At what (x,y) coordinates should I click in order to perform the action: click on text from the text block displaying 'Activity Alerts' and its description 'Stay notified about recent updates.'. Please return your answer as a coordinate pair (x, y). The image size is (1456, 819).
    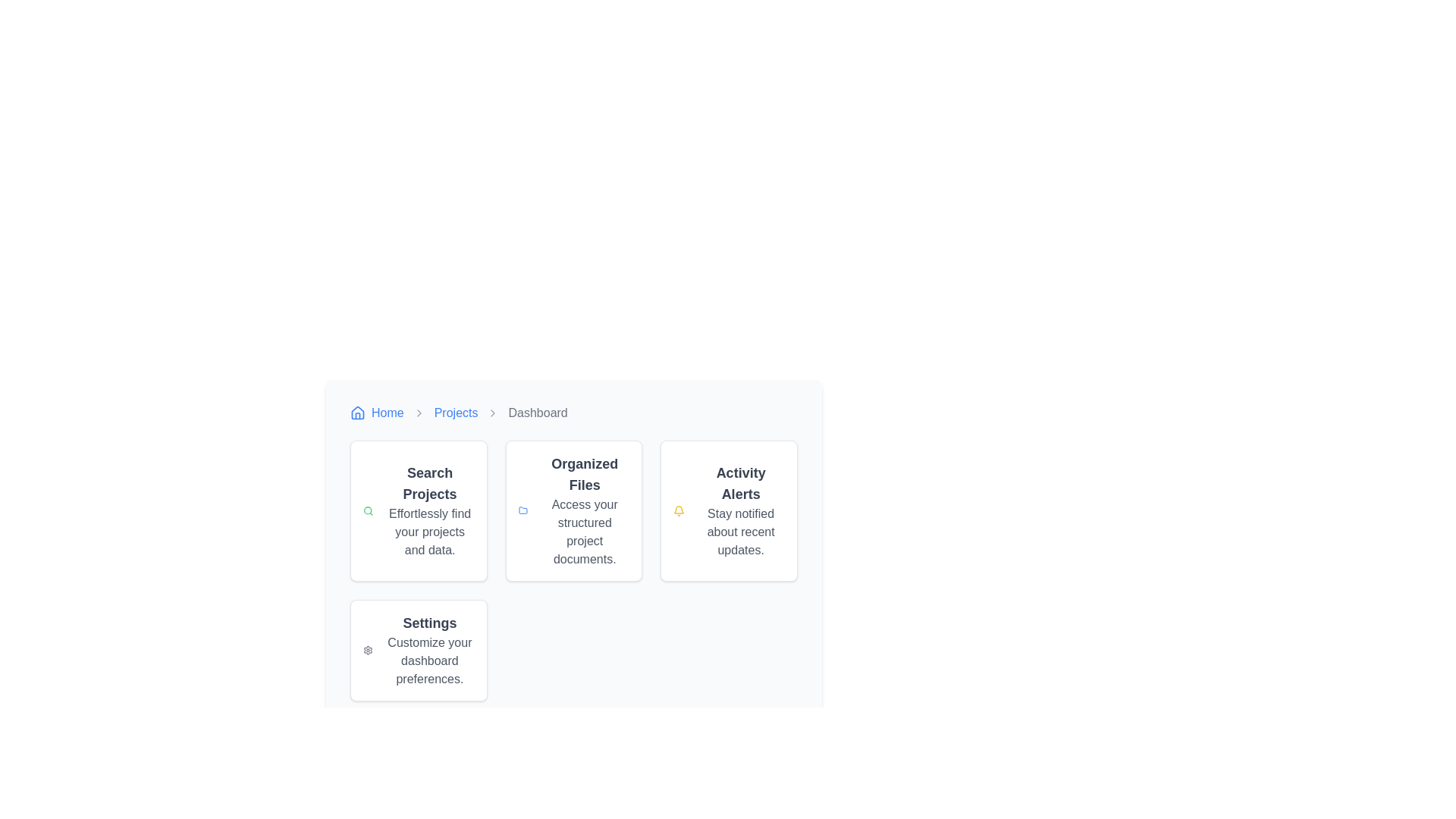
    Looking at the image, I should click on (741, 511).